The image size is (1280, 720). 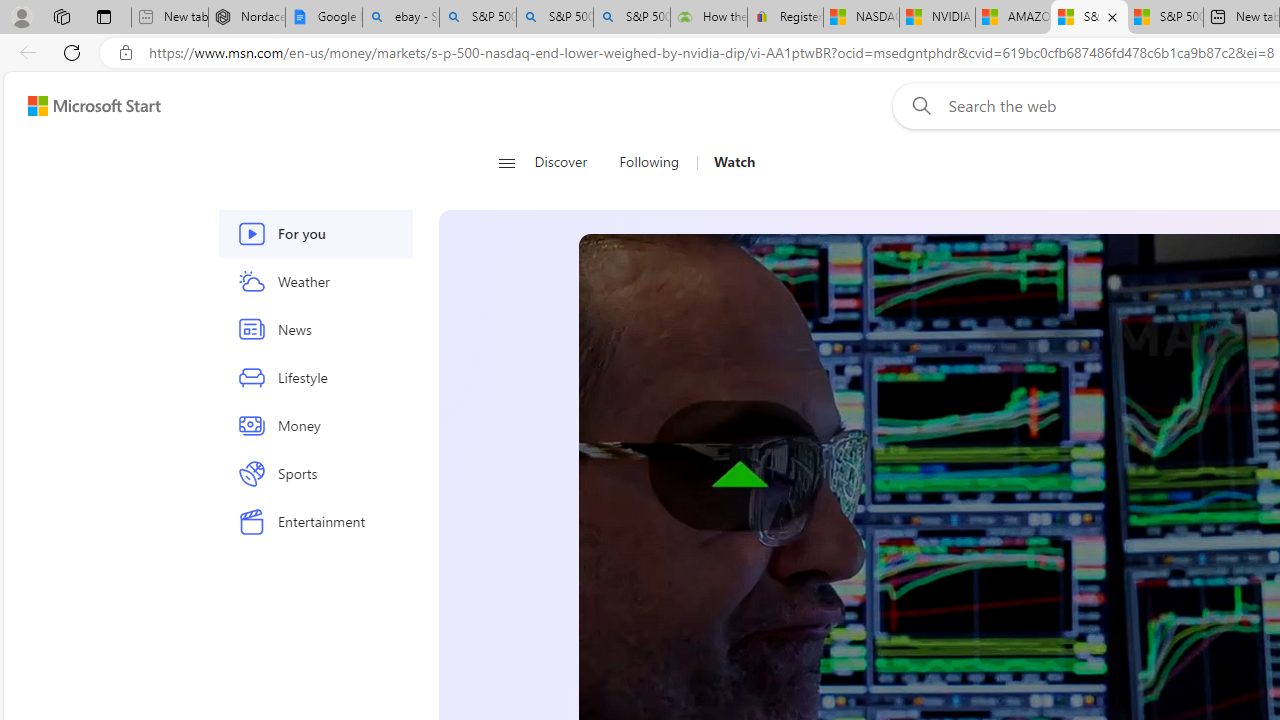 What do you see at coordinates (733, 162) in the screenshot?
I see `'Watch'` at bounding box center [733, 162].